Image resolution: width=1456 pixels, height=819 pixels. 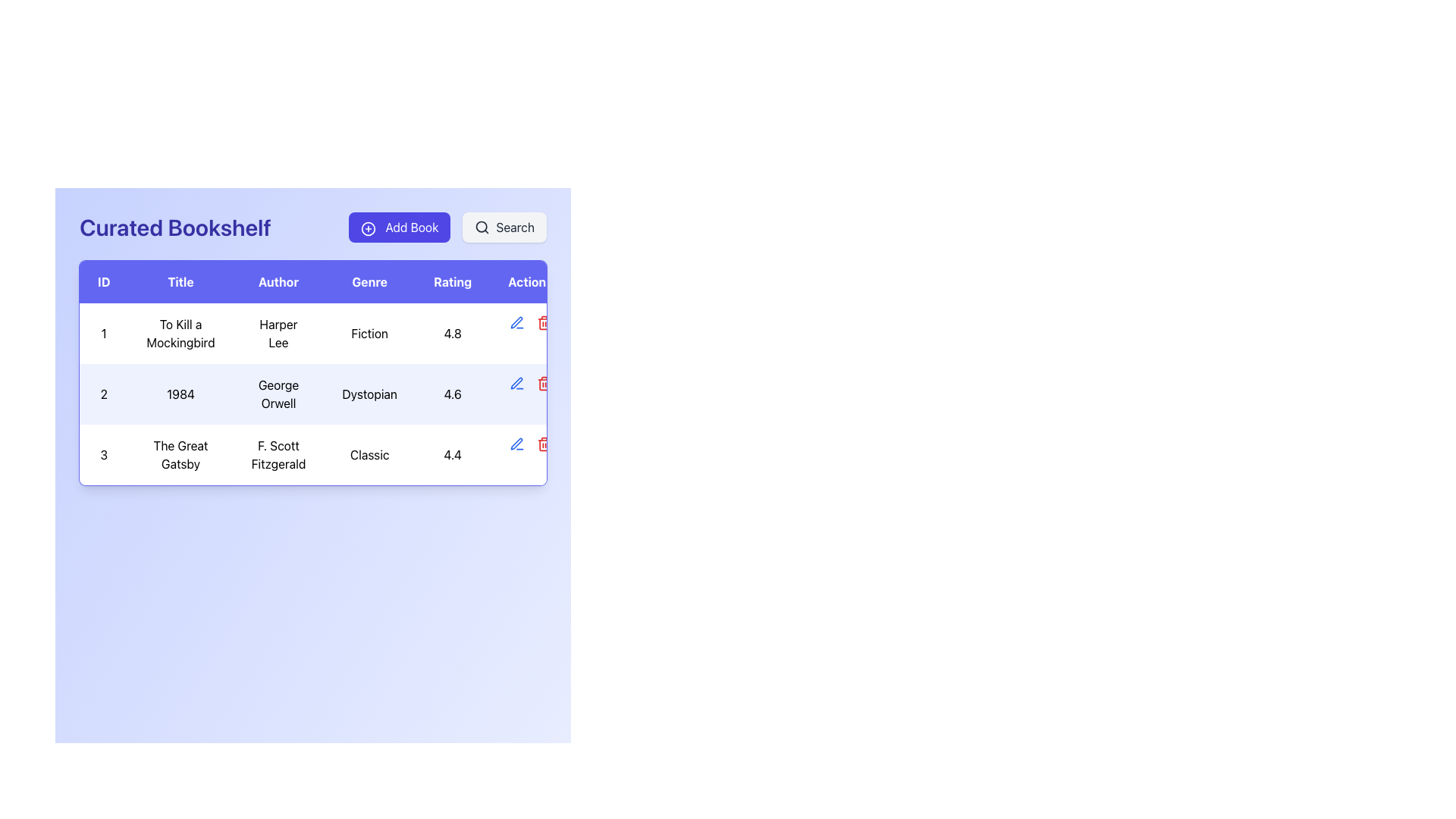 What do you see at coordinates (278, 332) in the screenshot?
I see `the Text Label that indicates the author of 'To Kill a Mockingbird' located in the first row and third column of the table` at bounding box center [278, 332].